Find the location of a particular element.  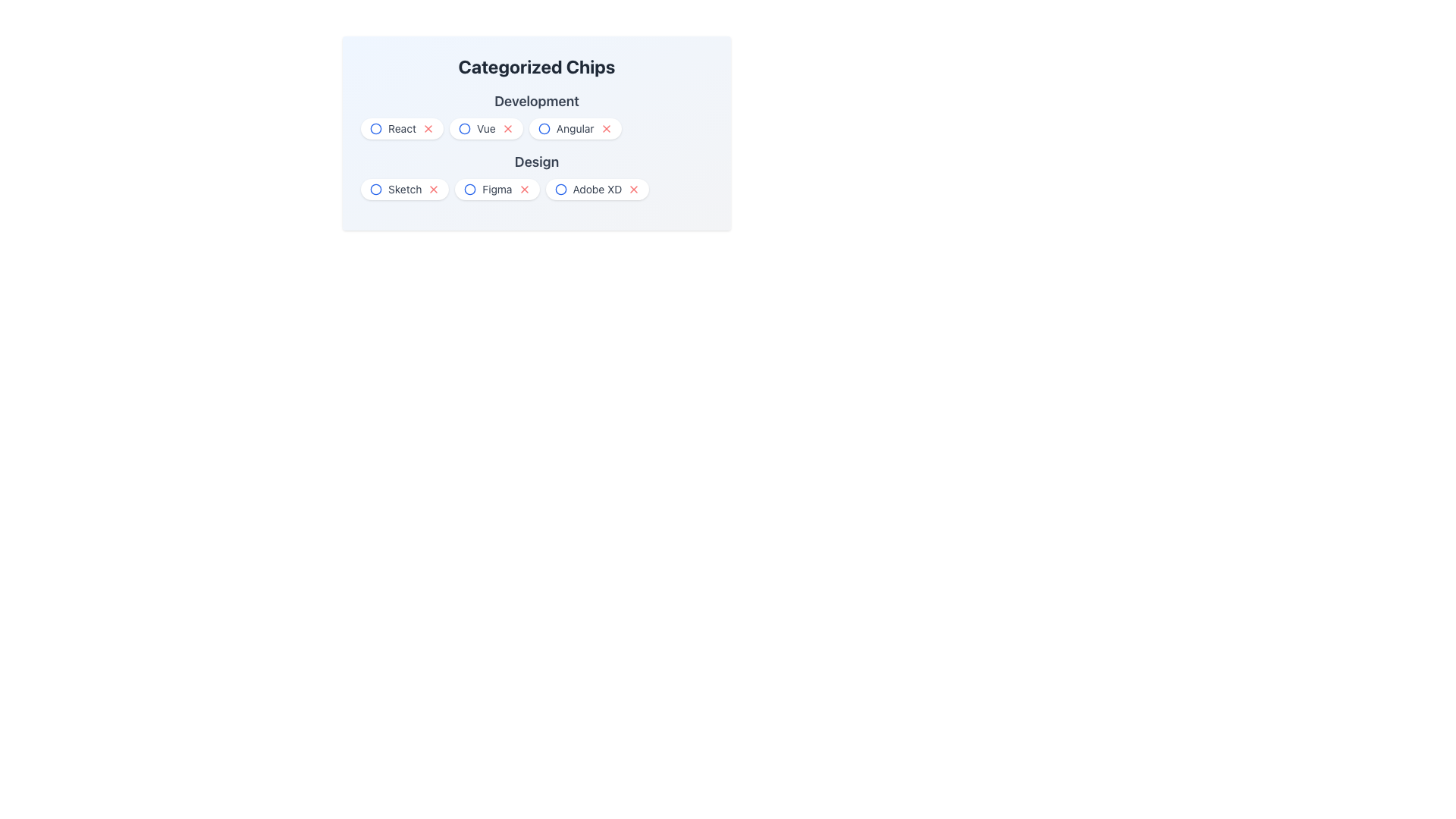

the highlighted chip labeled 'Angular' in the 'Development' section for visual feedback is located at coordinates (537, 127).